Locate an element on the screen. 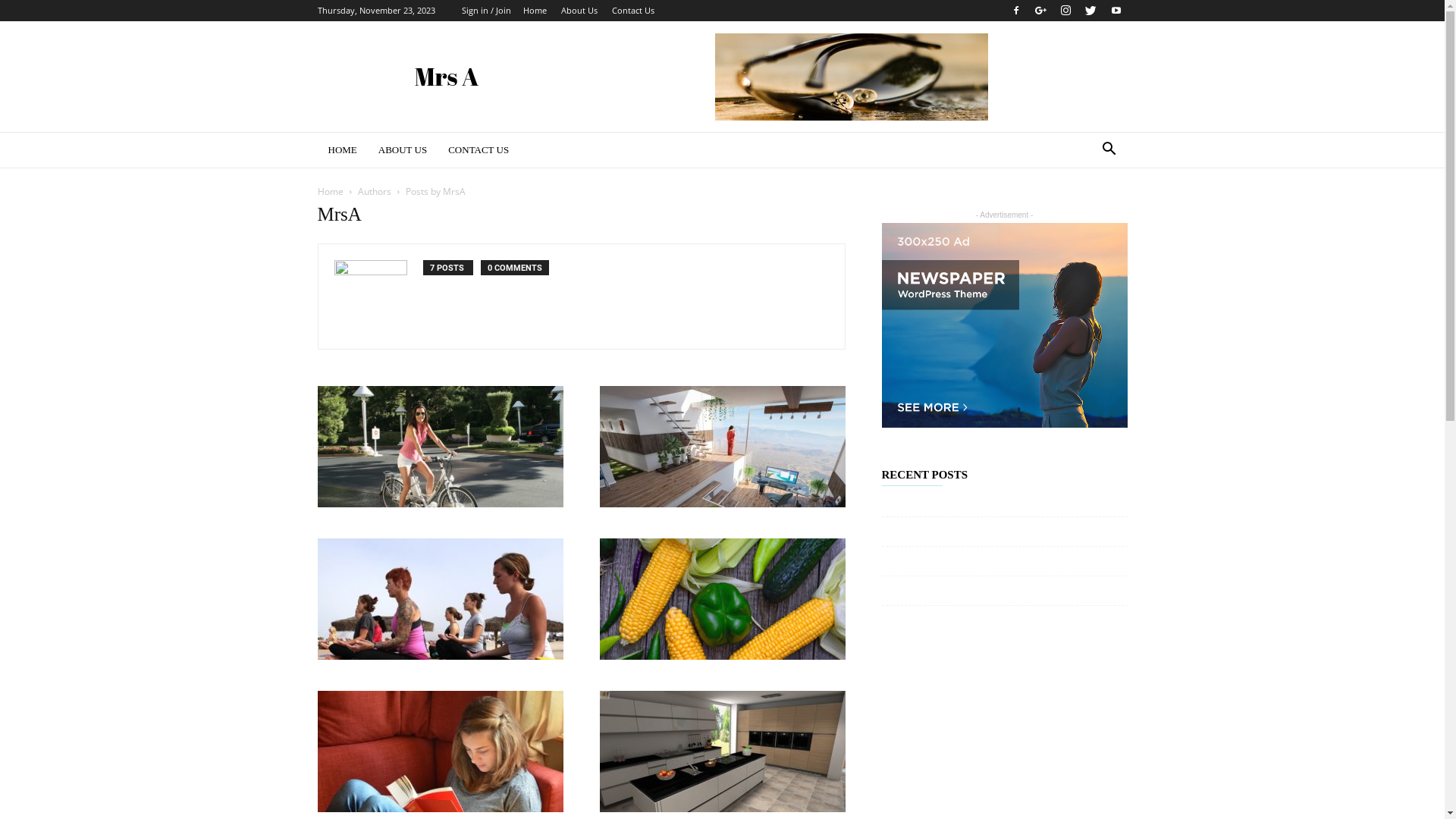 The image size is (1456, 819). 'Home' is located at coordinates (329, 190).